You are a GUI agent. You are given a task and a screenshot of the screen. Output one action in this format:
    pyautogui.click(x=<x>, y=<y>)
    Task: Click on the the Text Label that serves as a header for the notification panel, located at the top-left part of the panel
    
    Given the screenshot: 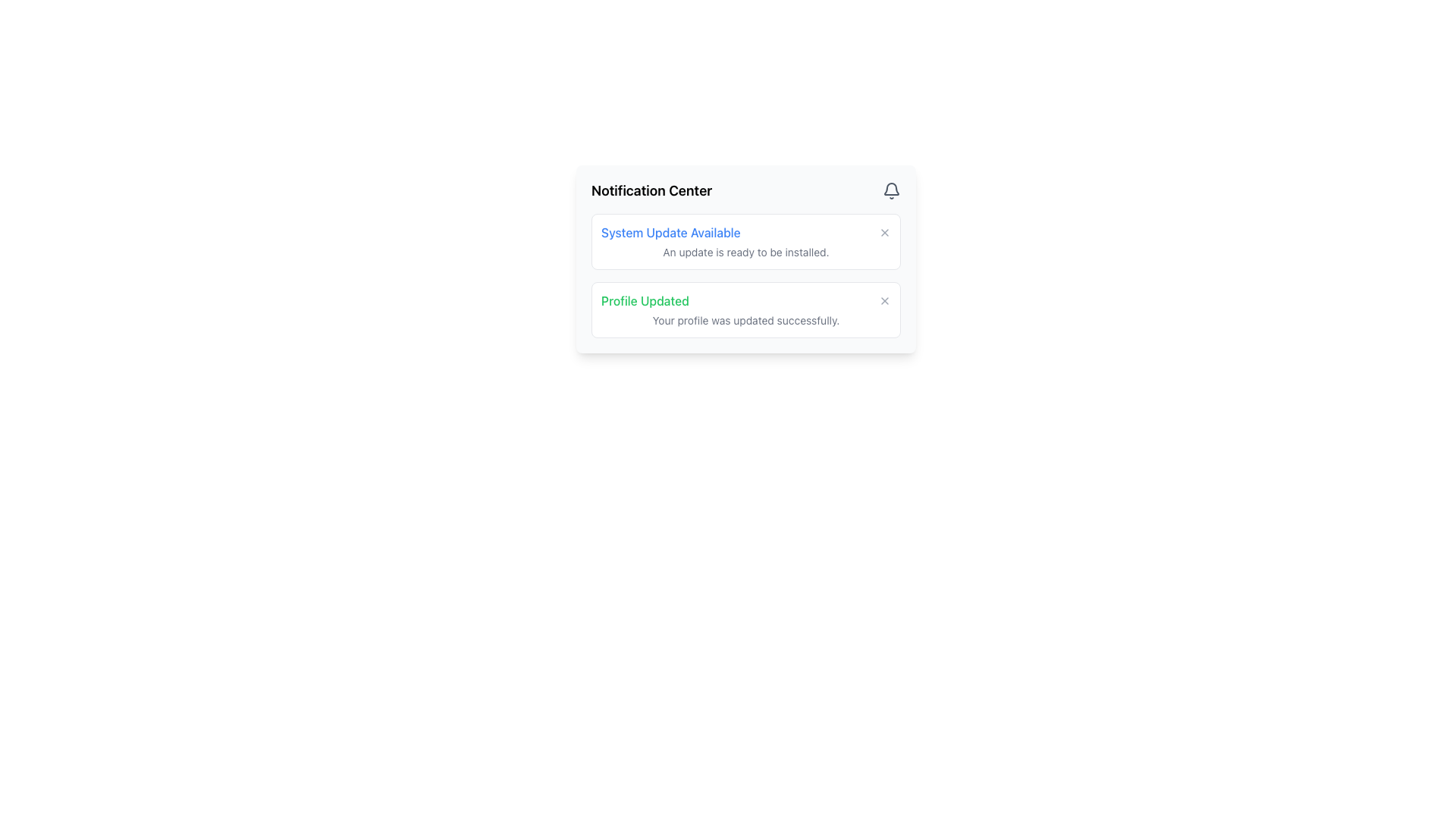 What is the action you would take?
    pyautogui.click(x=651, y=190)
    